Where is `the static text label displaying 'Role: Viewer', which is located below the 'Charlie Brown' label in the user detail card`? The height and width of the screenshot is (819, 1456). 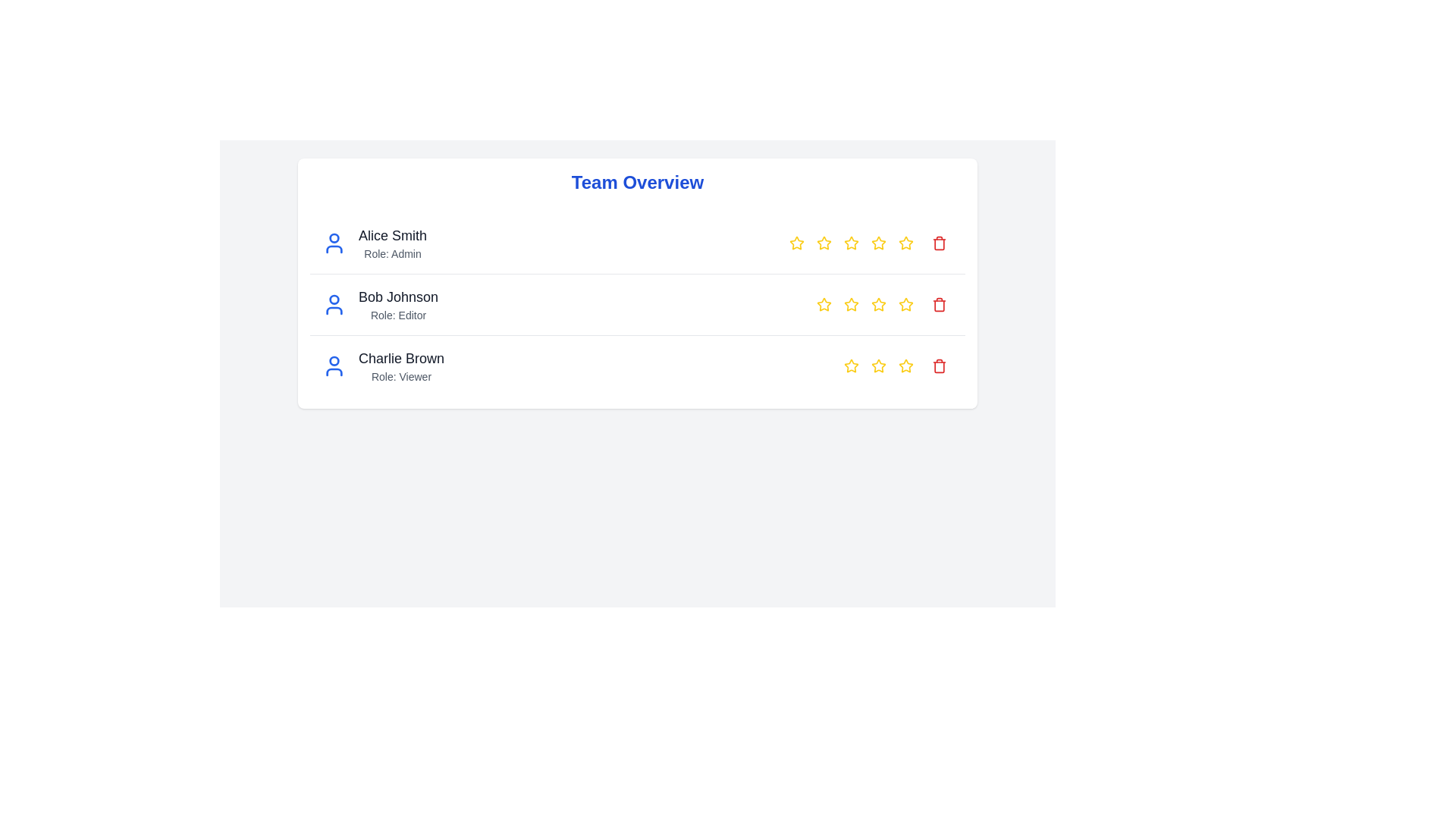 the static text label displaying 'Role: Viewer', which is located below the 'Charlie Brown' label in the user detail card is located at coordinates (401, 376).